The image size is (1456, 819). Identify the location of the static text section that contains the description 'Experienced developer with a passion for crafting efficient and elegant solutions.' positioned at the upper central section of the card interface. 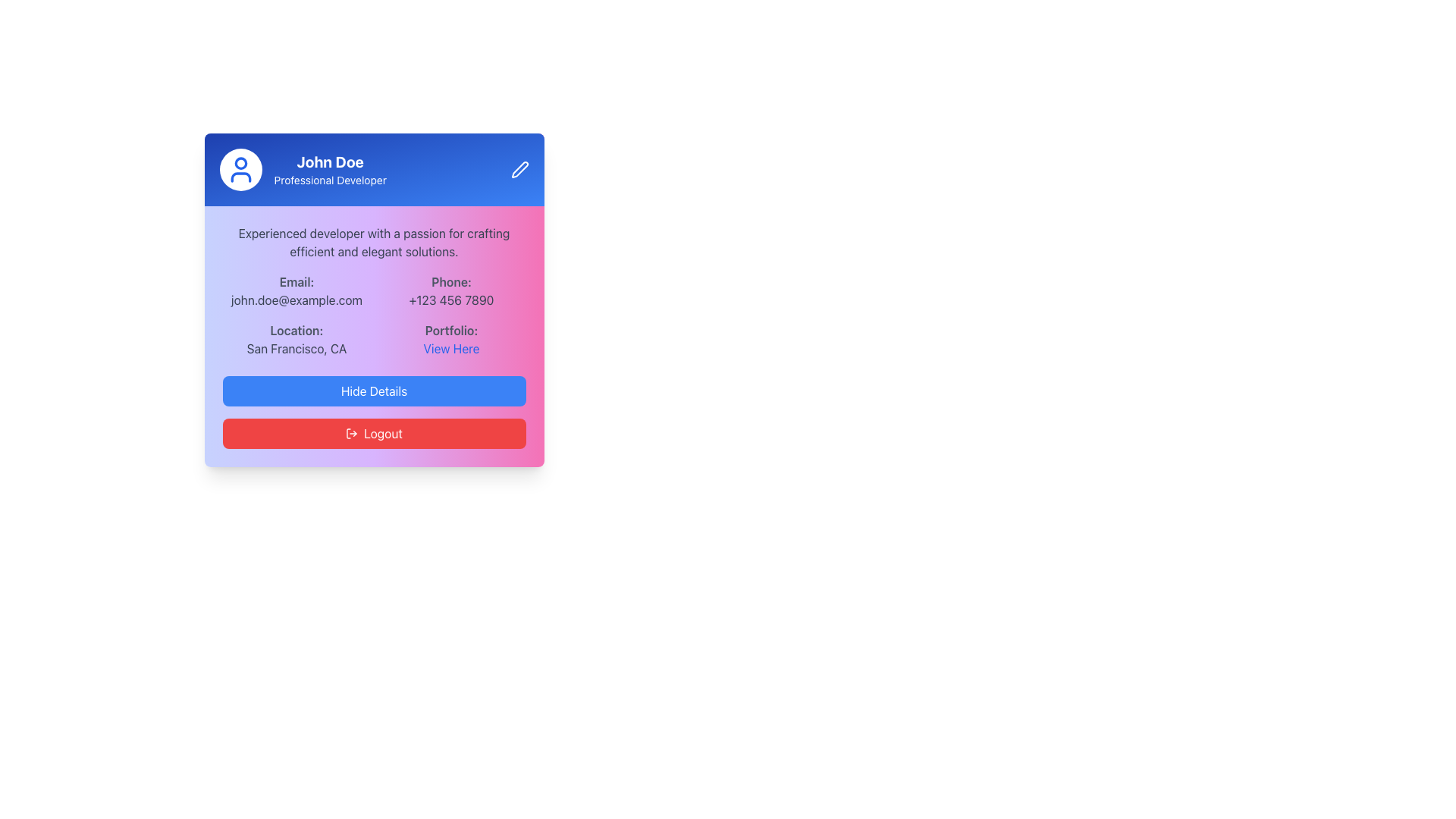
(374, 242).